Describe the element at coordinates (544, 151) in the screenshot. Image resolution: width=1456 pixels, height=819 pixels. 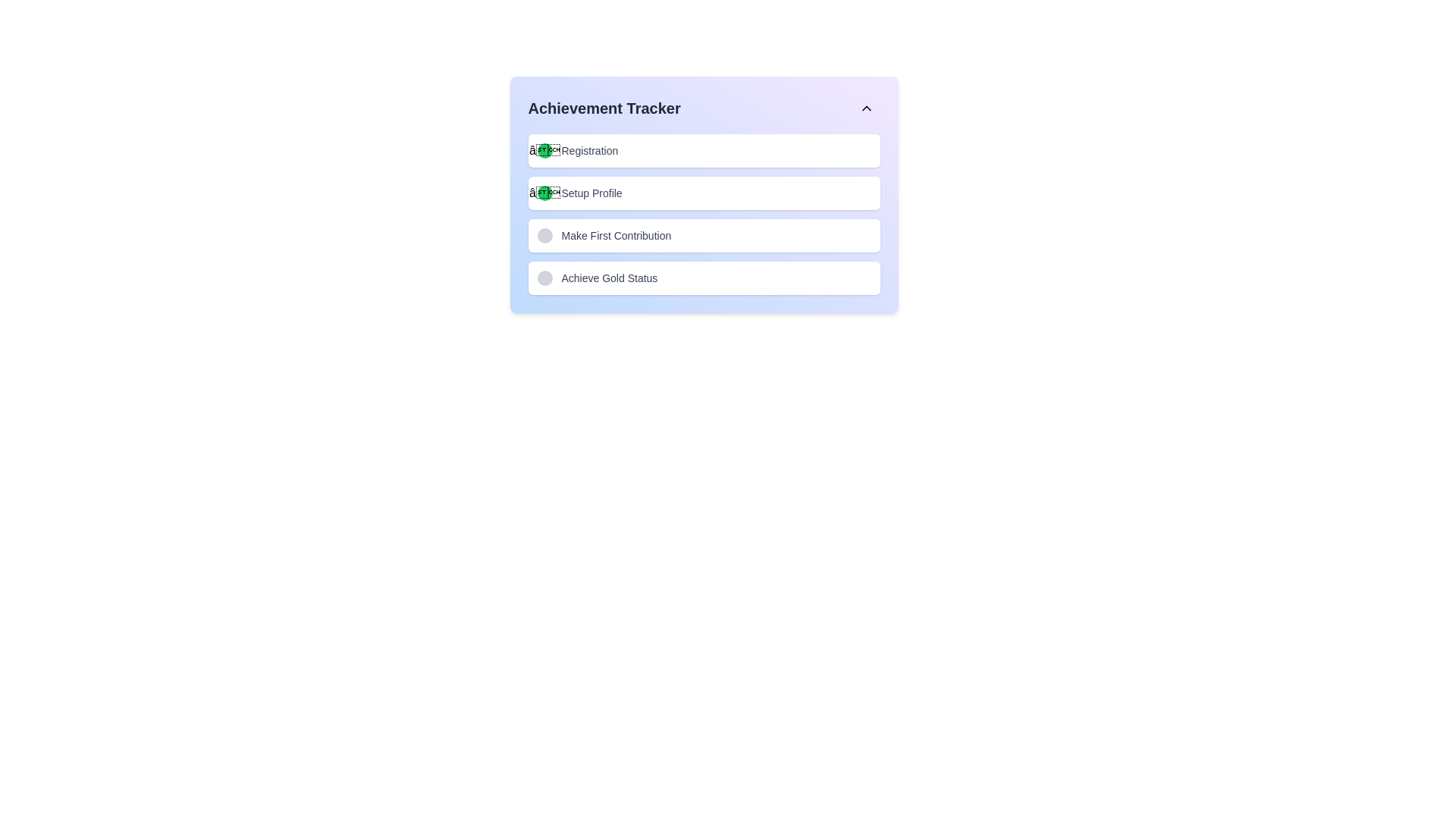
I see `the small circular icon with a green background and a white checkmark located to the left of the 'Registration' label in the Achievement Tracker panel` at that location.